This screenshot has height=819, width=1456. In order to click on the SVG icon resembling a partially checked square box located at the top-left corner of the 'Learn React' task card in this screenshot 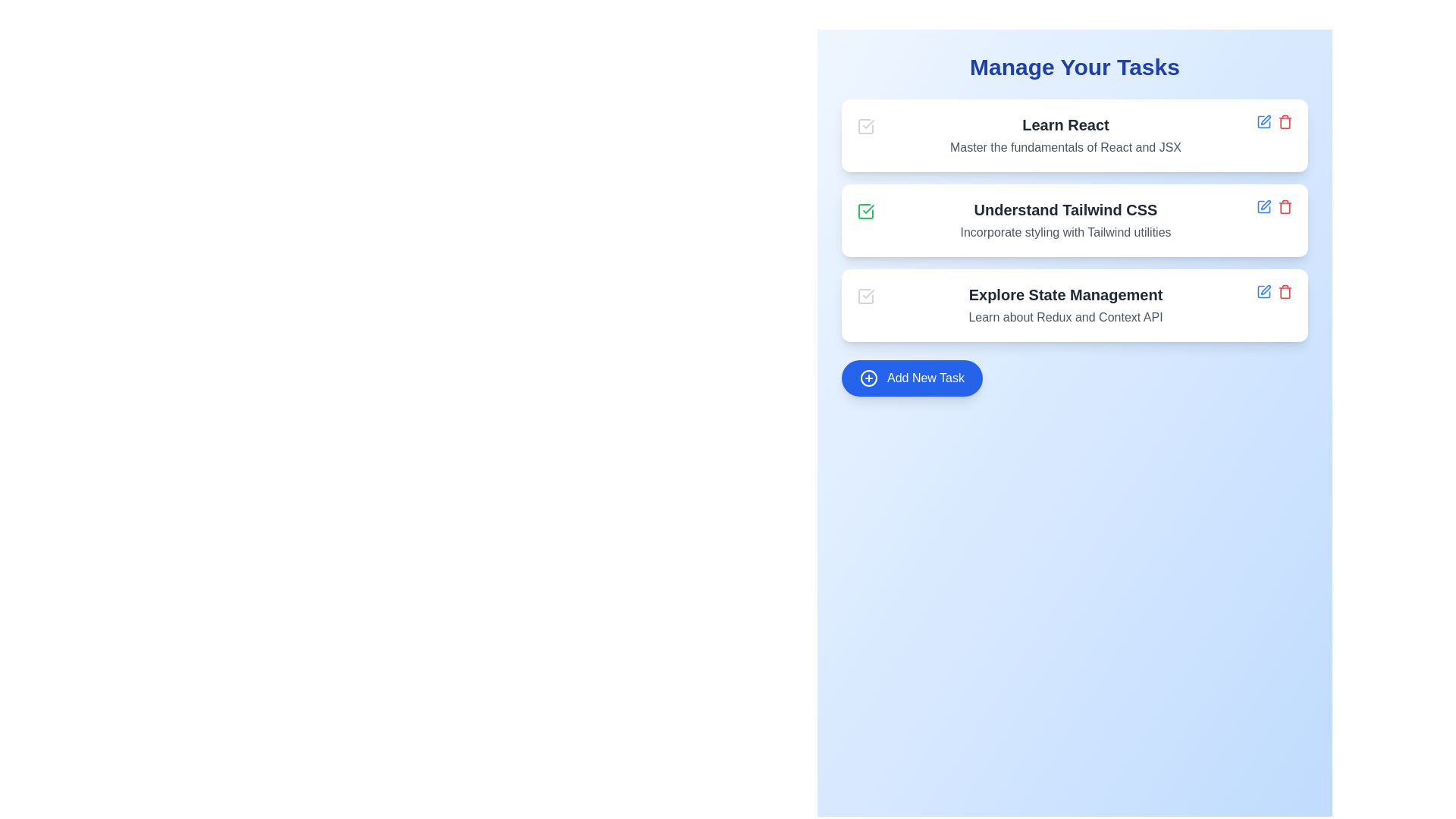, I will do `click(866, 125)`.